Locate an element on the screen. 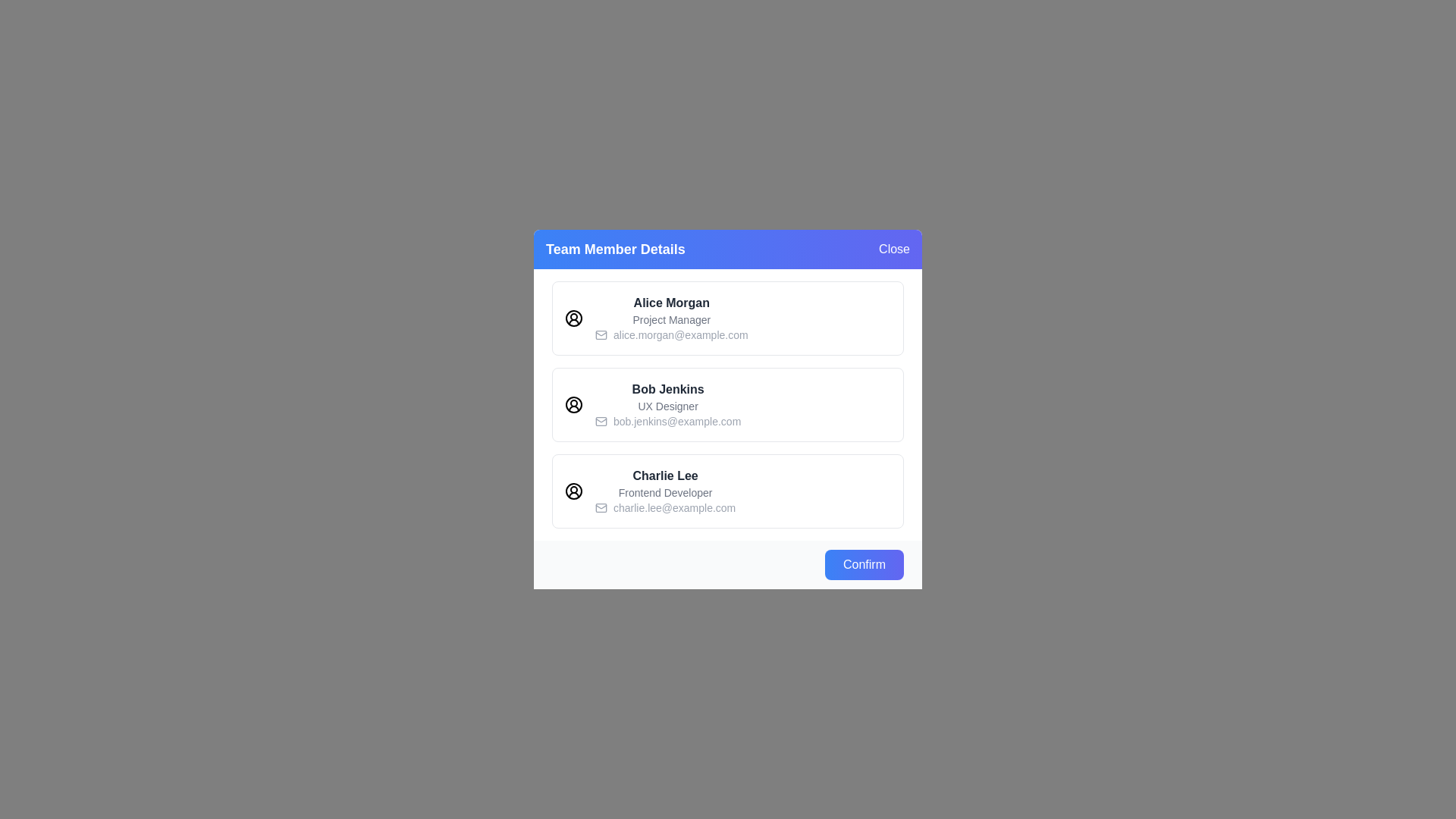 The image size is (1456, 819). the details on the Information card located in the second position of the vertically aligned UI list, which displays a team member's name, position, and contact information is located at coordinates (728, 403).